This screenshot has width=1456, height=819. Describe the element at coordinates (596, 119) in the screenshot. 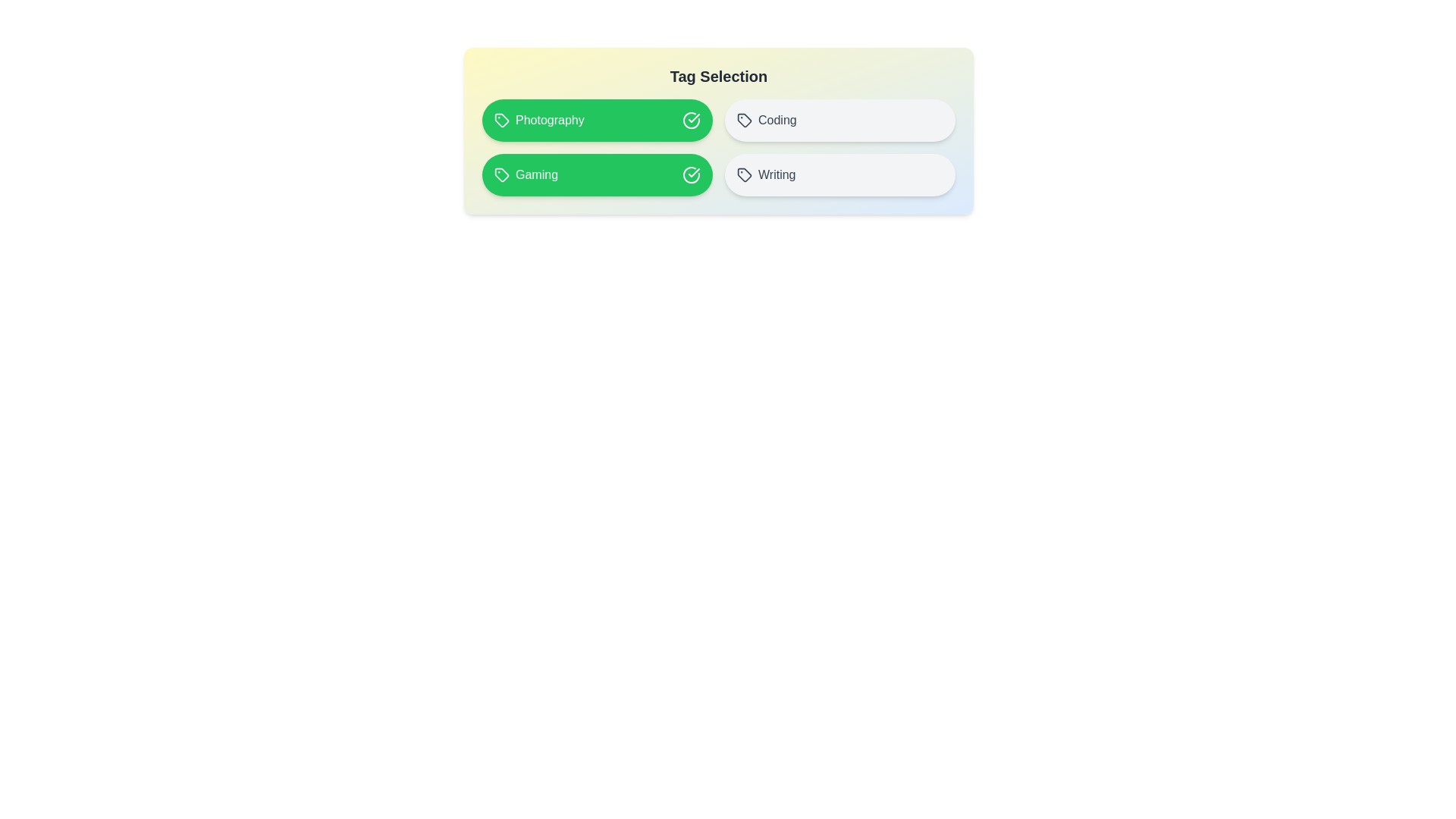

I see `the tag labeled Photography to toggle its selection state` at that location.